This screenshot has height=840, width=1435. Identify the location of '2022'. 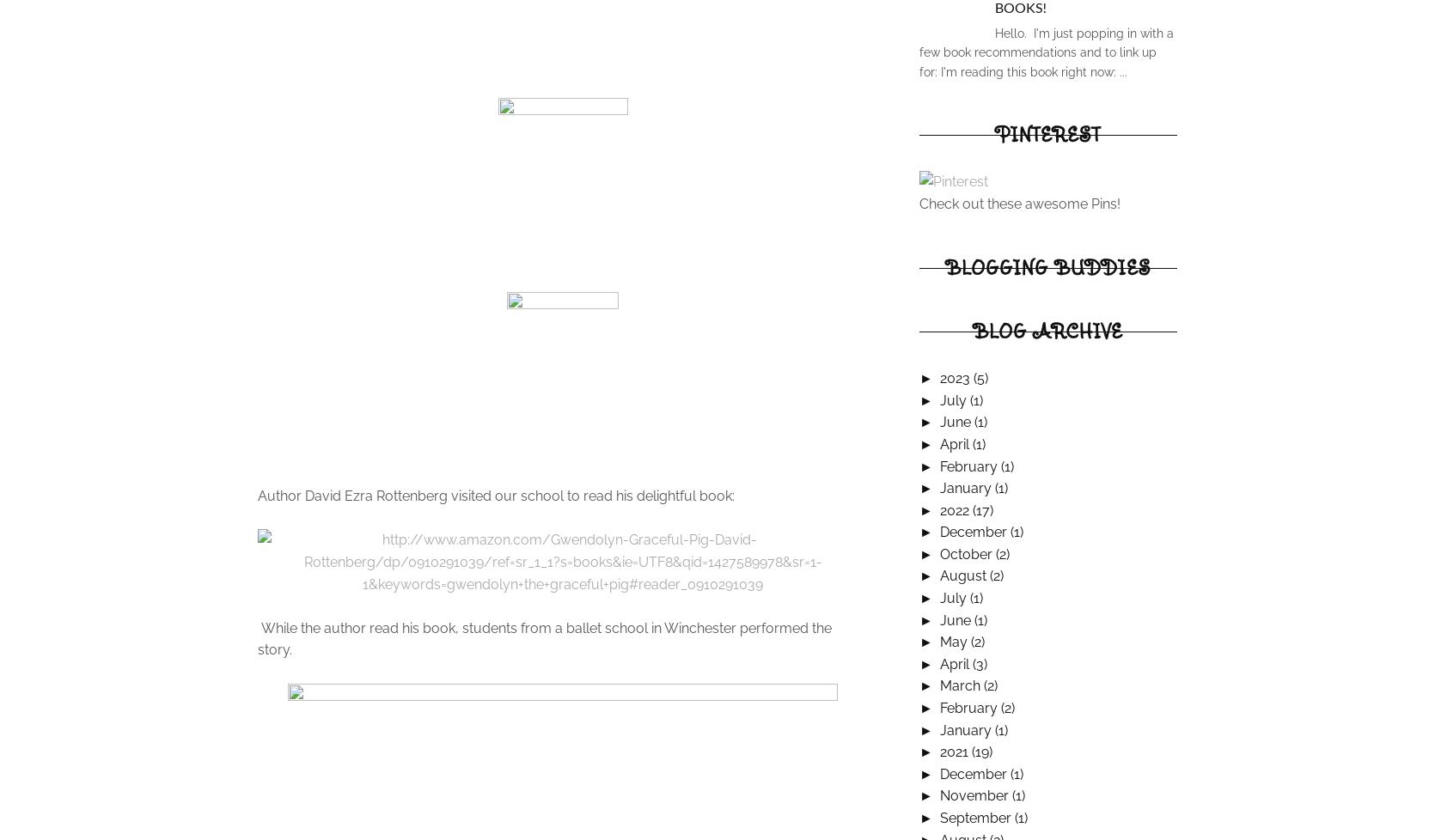
(955, 509).